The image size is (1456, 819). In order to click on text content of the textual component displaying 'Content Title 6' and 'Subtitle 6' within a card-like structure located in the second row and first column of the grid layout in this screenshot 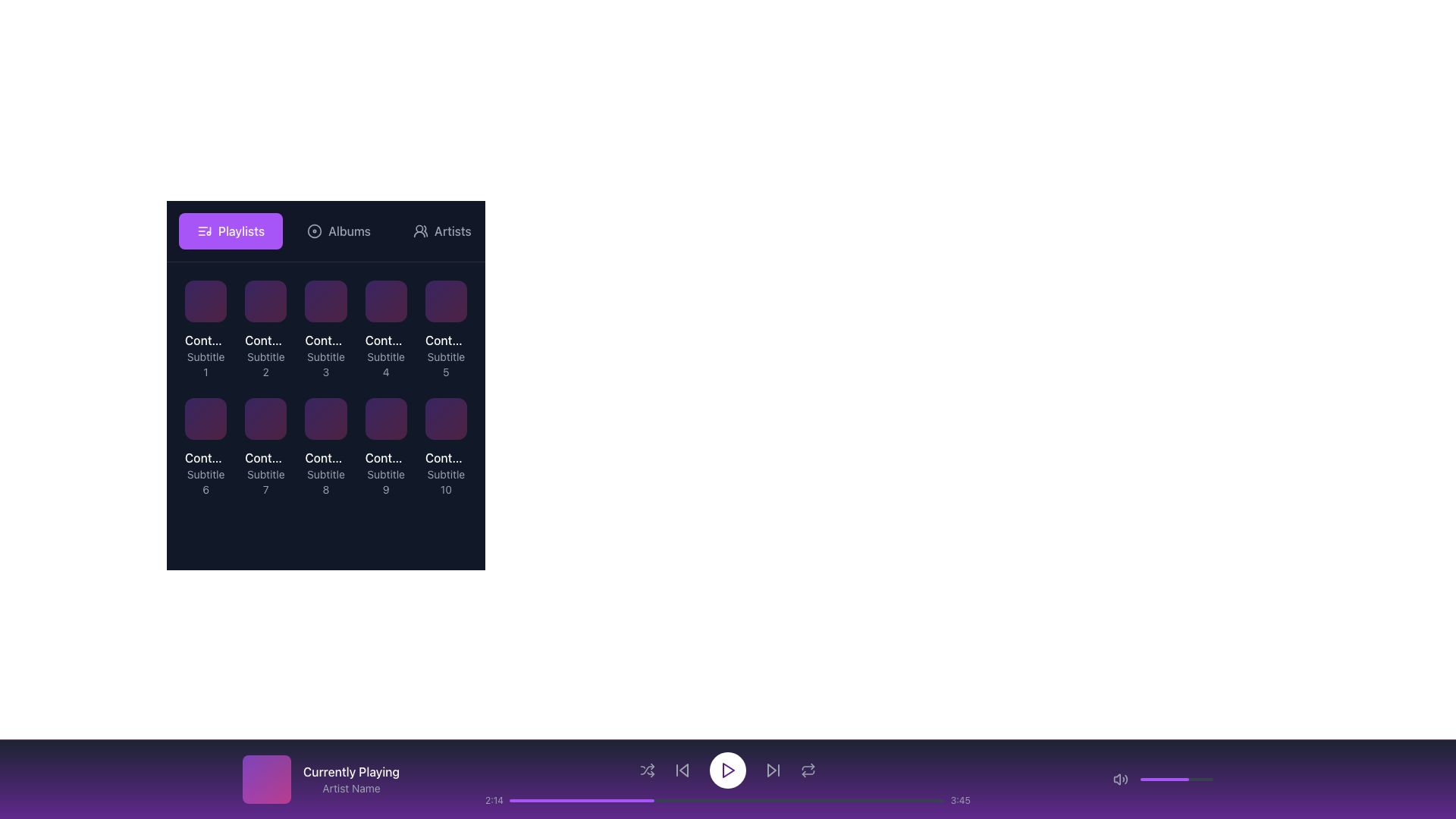, I will do `click(205, 472)`.